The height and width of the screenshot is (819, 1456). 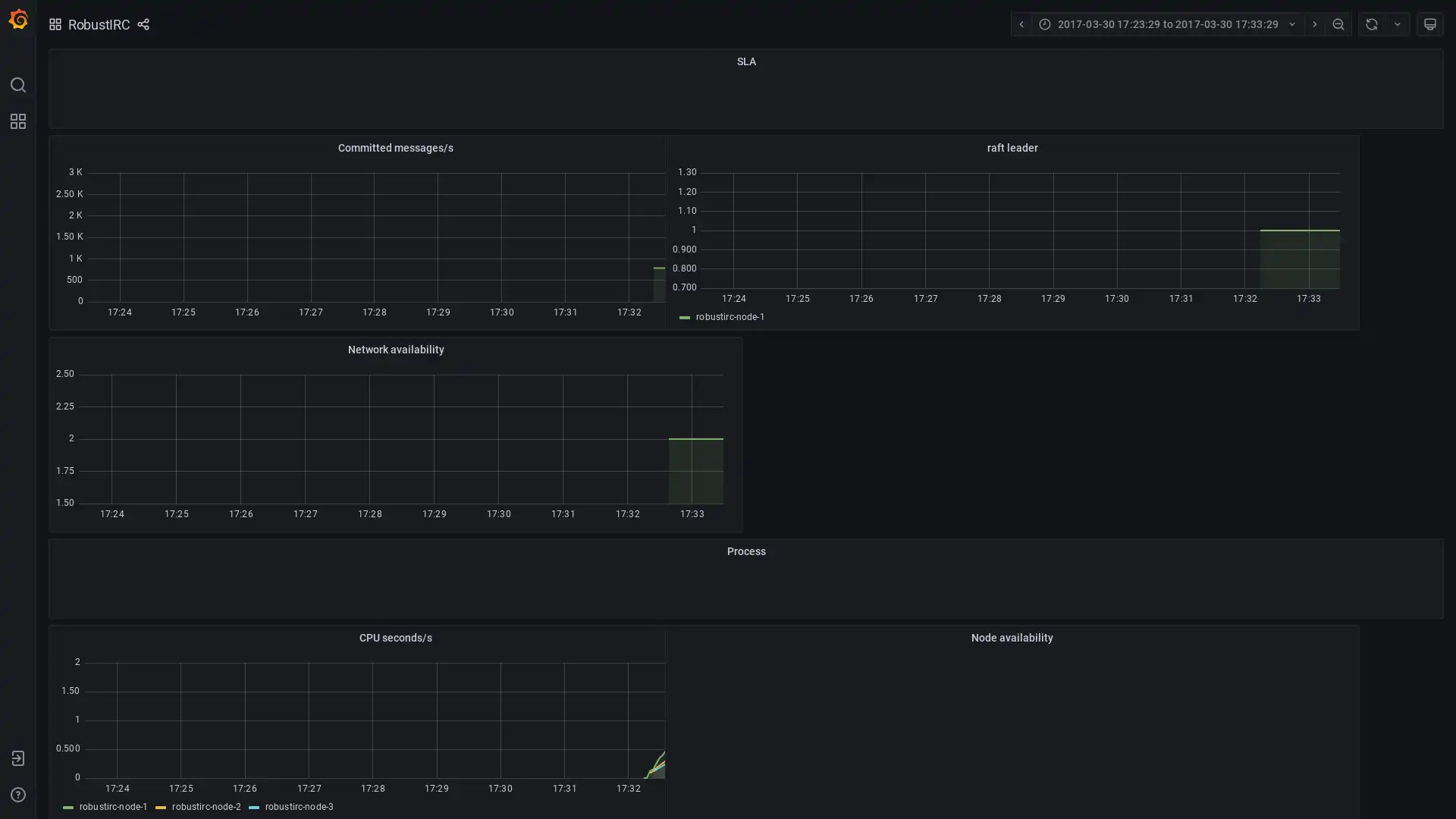 What do you see at coordinates (1020, 24) in the screenshot?
I see `Move time range backwards` at bounding box center [1020, 24].